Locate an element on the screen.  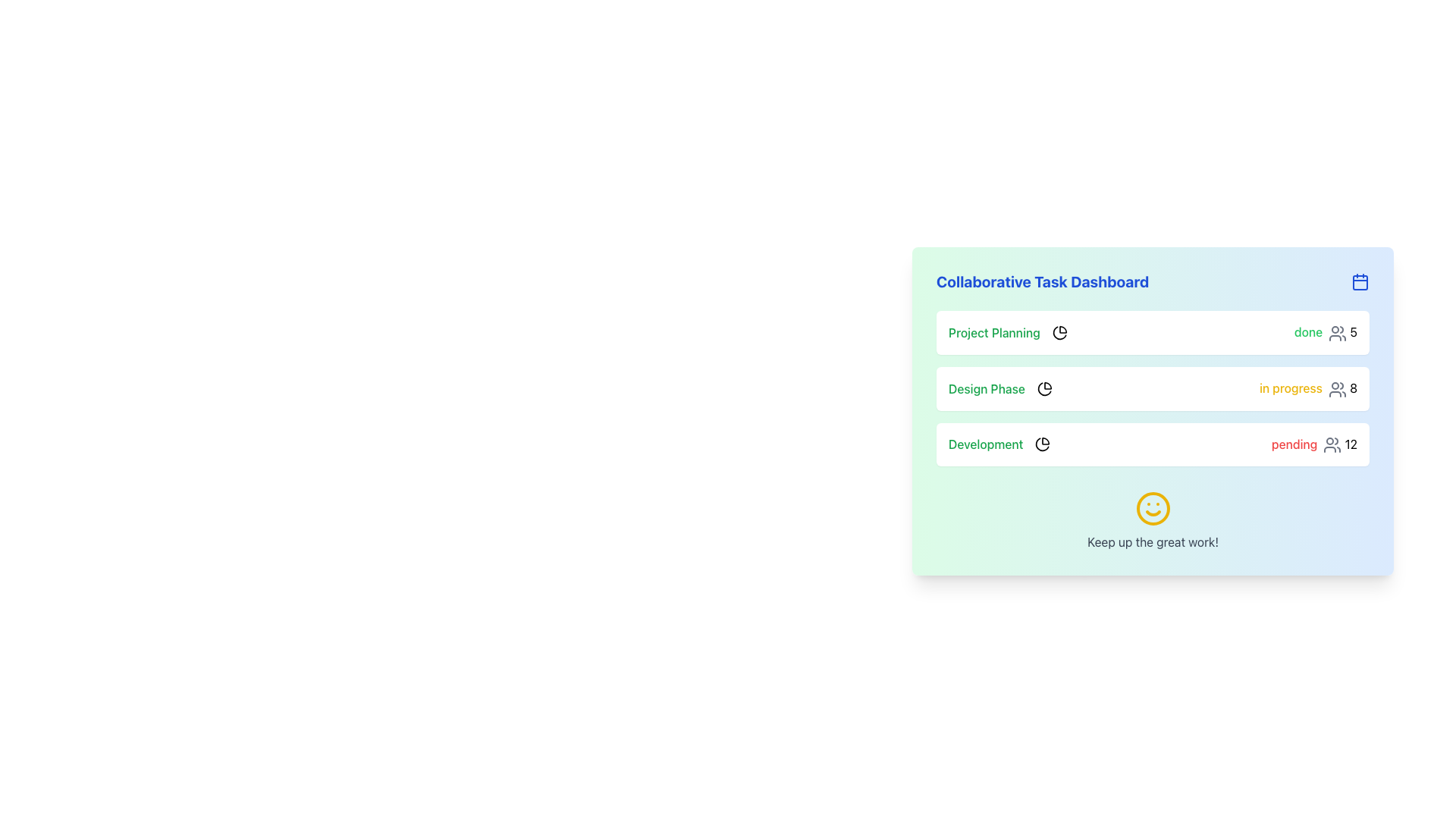
the text element that displays 'Keep up the great work!' styled with a gray font color, located below a yellow smiling face icon in the feedback summary section of the dashboard is located at coordinates (1153, 541).